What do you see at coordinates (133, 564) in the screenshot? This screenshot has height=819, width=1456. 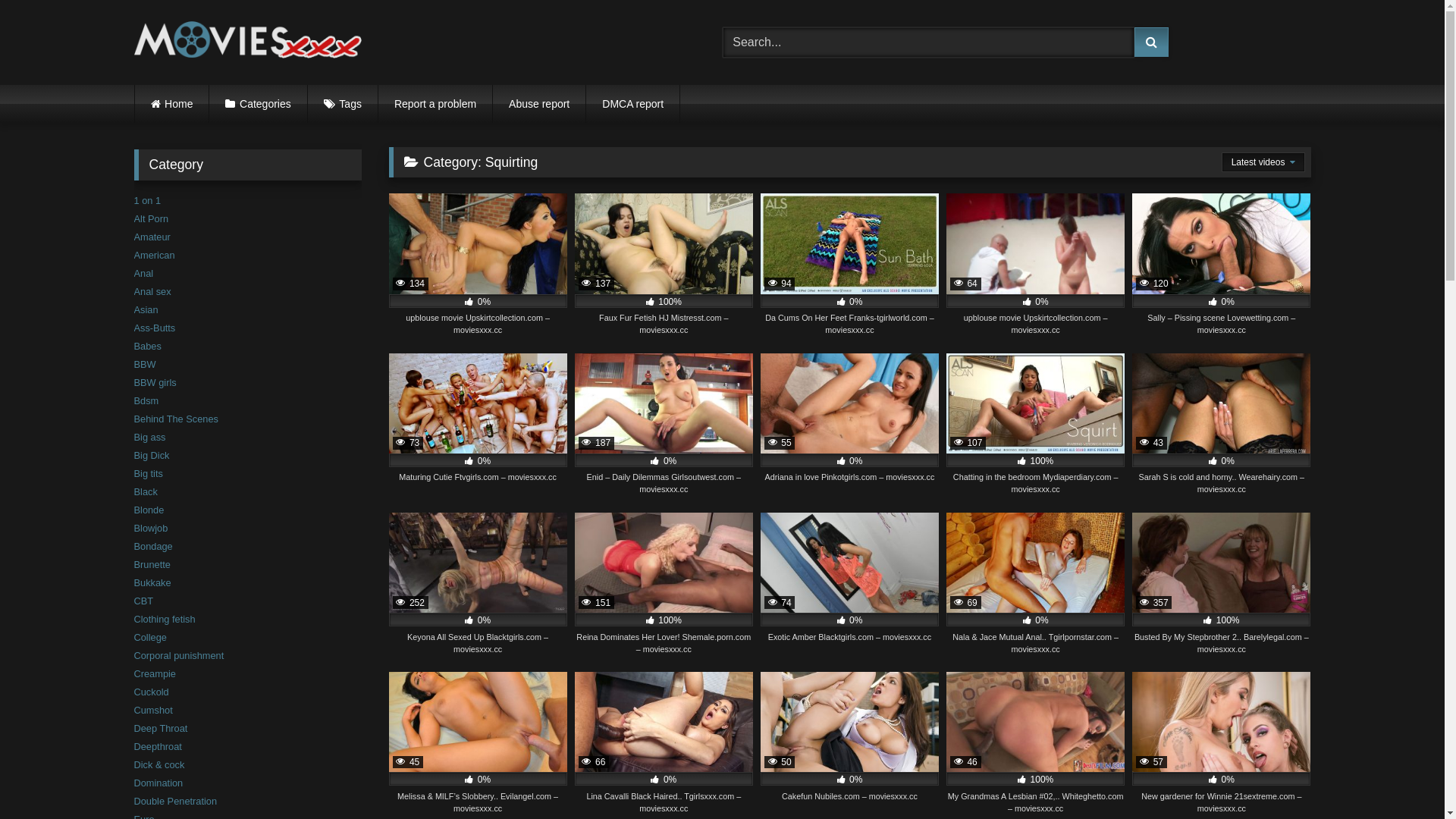 I see `'Brunette'` at bounding box center [133, 564].